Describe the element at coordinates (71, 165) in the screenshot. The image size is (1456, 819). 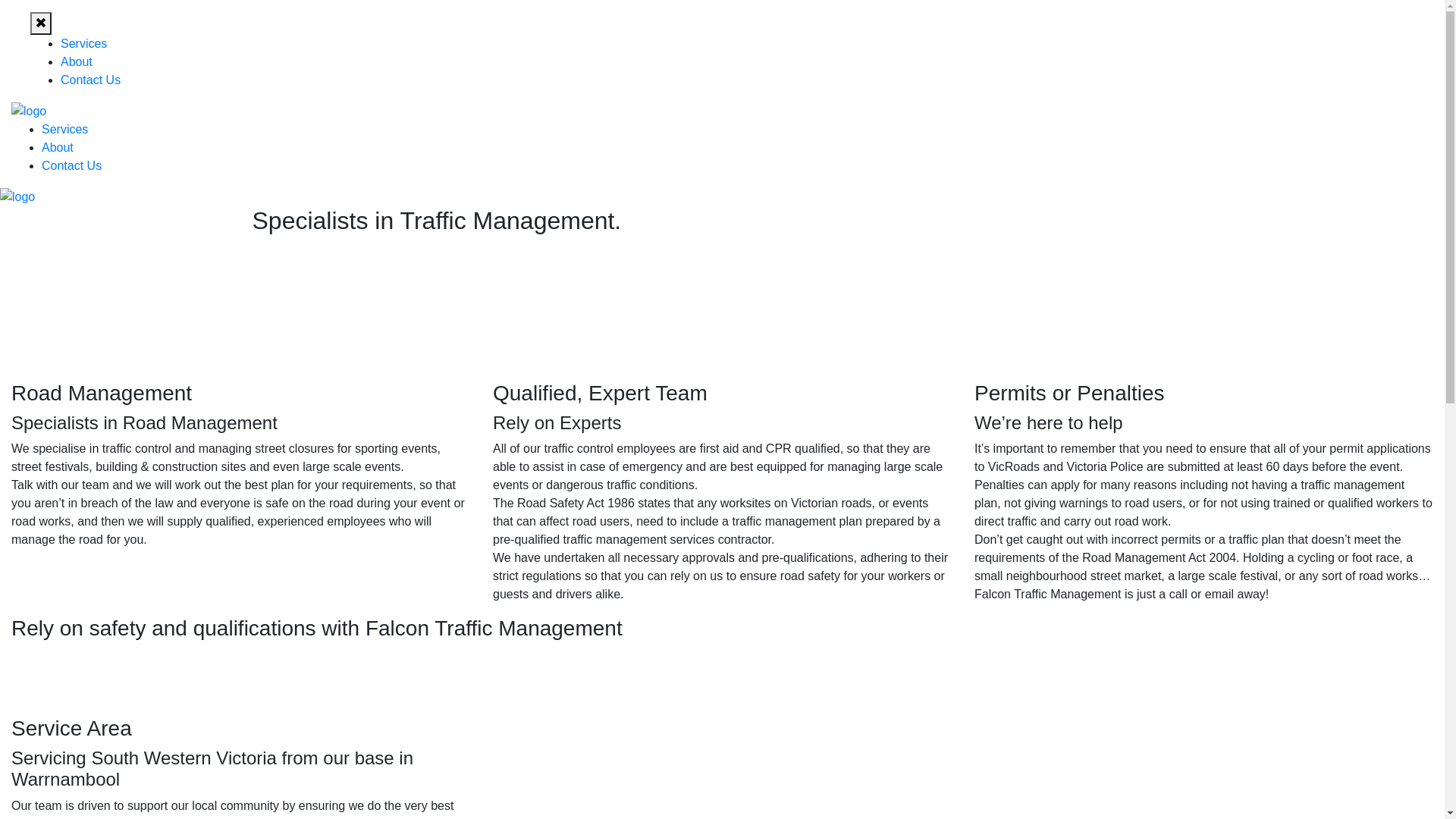
I see `'Contact Us'` at that location.